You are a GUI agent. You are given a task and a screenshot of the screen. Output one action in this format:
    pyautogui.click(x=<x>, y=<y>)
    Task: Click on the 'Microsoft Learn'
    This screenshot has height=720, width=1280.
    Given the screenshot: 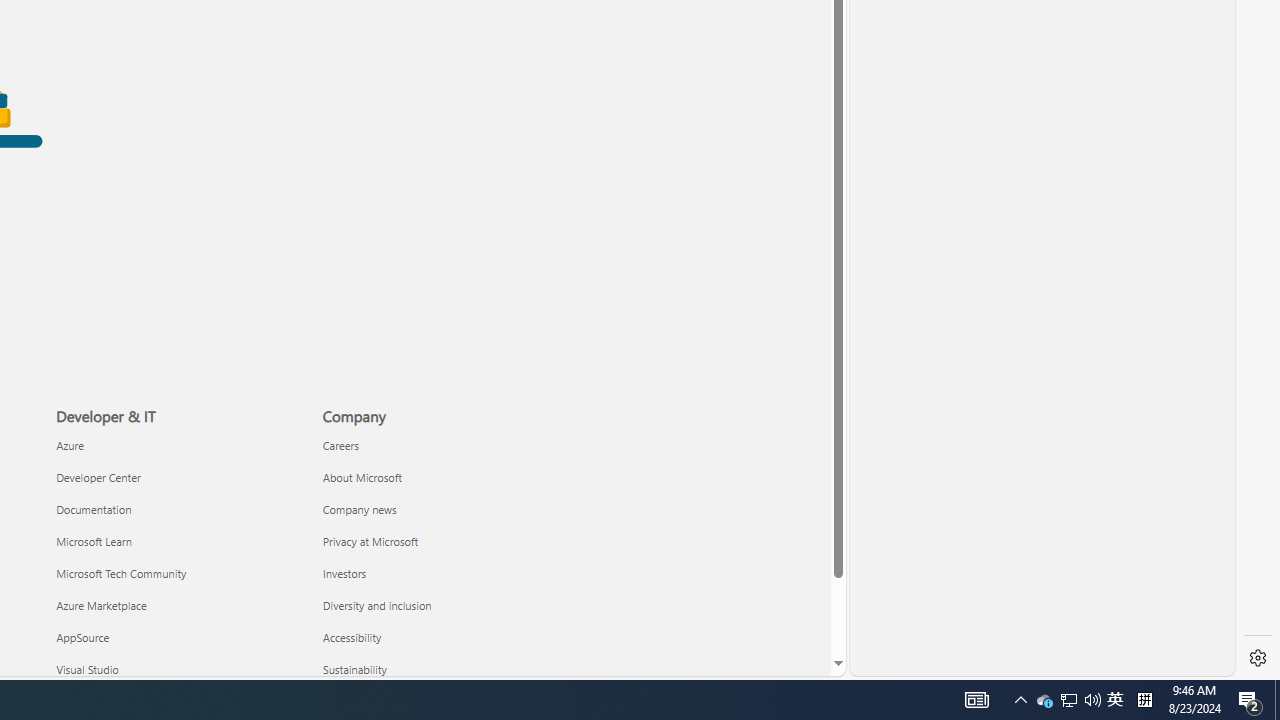 What is the action you would take?
    pyautogui.click(x=177, y=541)
    